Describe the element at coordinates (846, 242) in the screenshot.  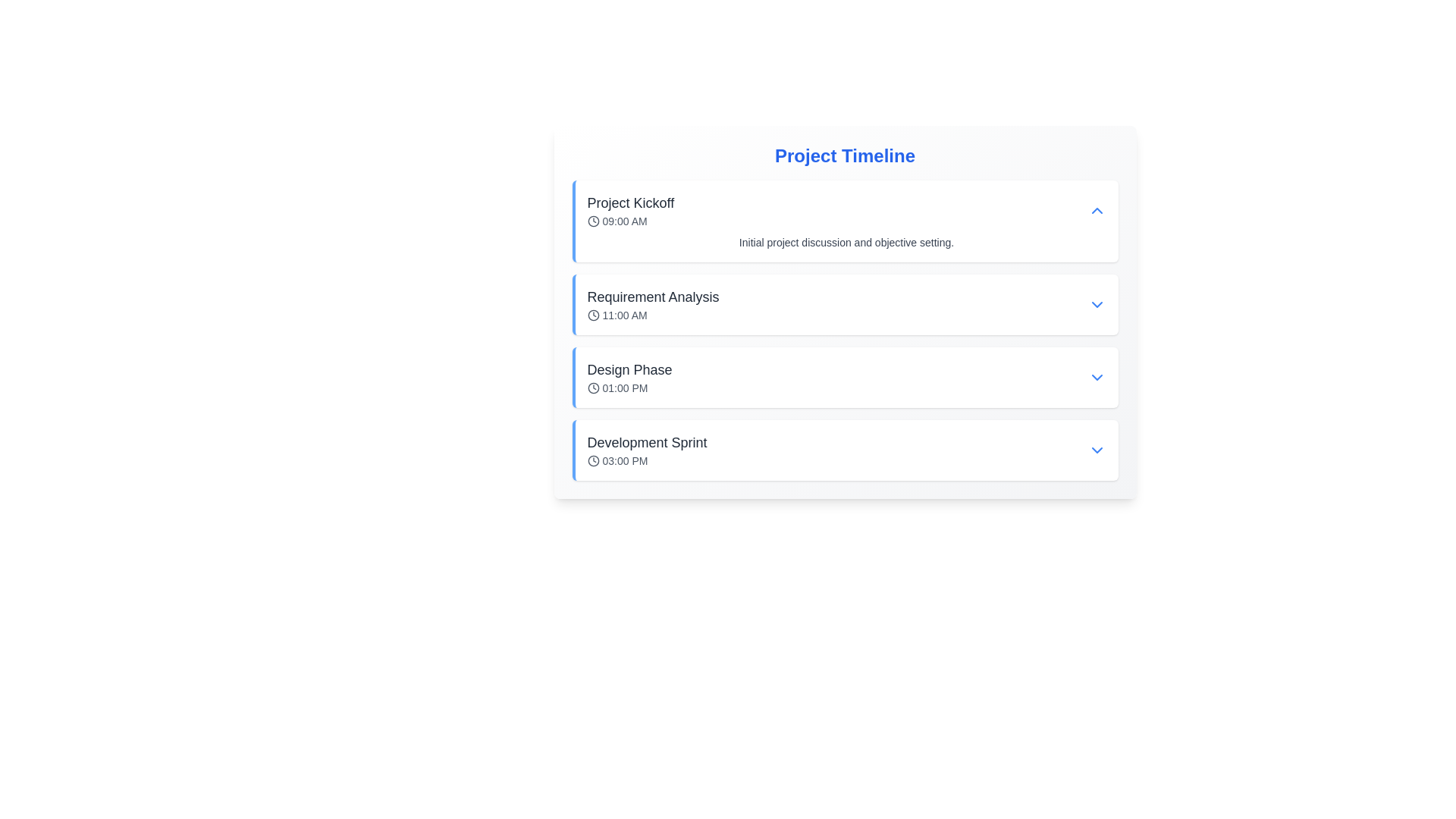
I see `the text label that says 'Initial project discussion and objective setting.' positioned below '09:00 AM' in the 'Project Kickoff' section of the 'Project Timeline' interface` at that location.